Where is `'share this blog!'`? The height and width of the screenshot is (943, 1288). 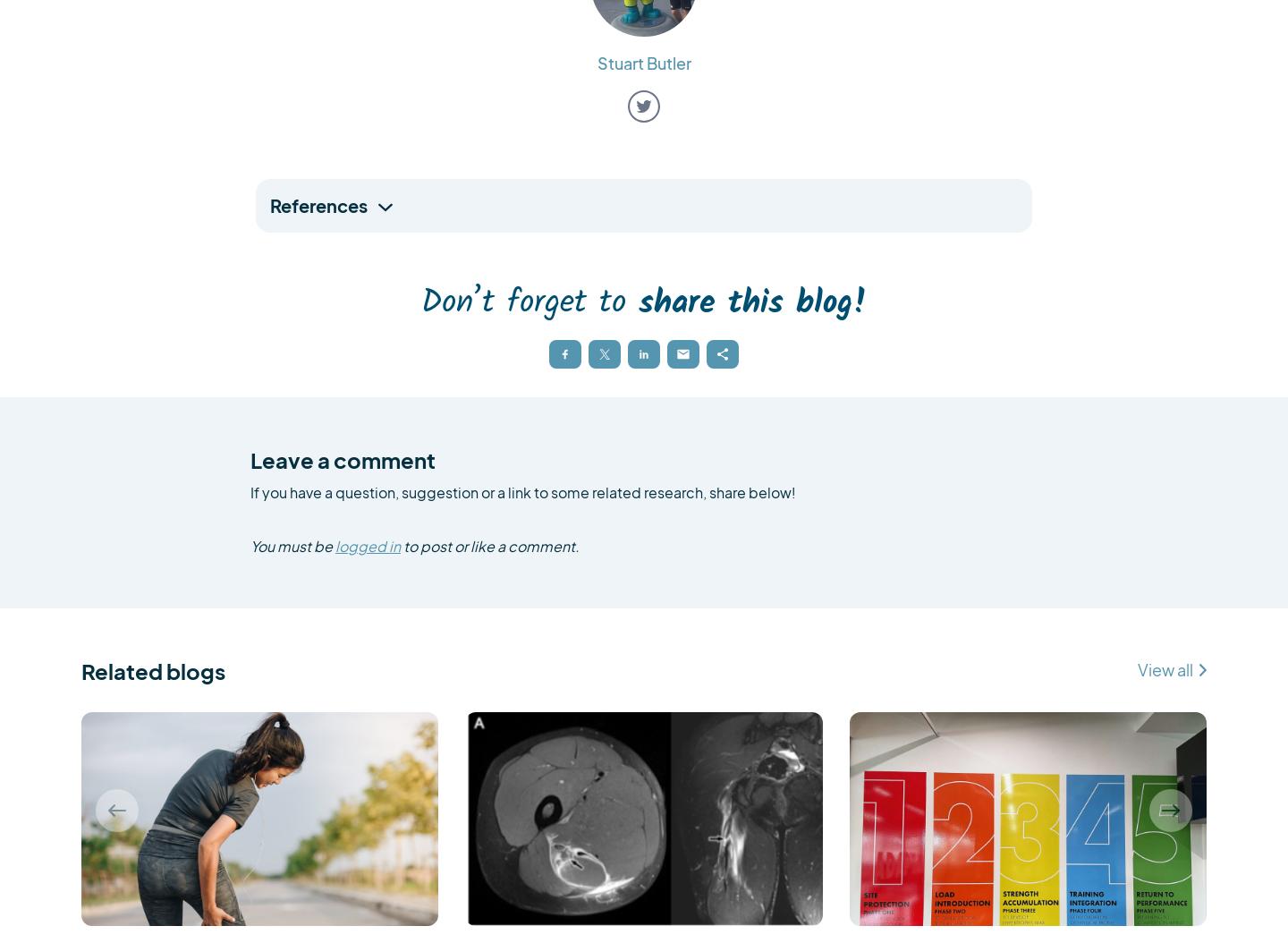 'share this blog!' is located at coordinates (751, 302).